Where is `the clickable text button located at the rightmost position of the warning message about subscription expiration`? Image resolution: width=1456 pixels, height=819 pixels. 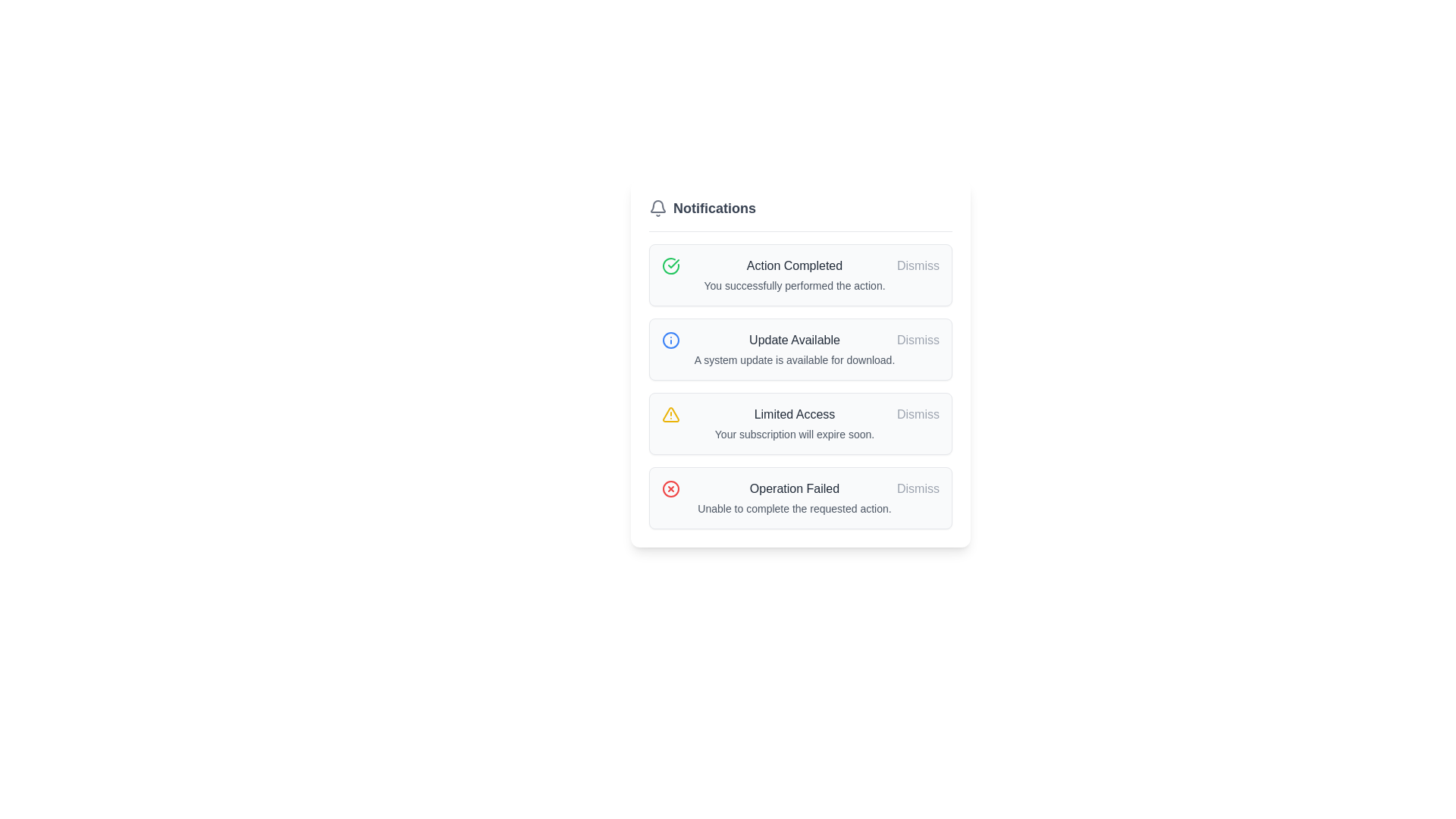 the clickable text button located at the rightmost position of the warning message about subscription expiration is located at coordinates (917, 415).